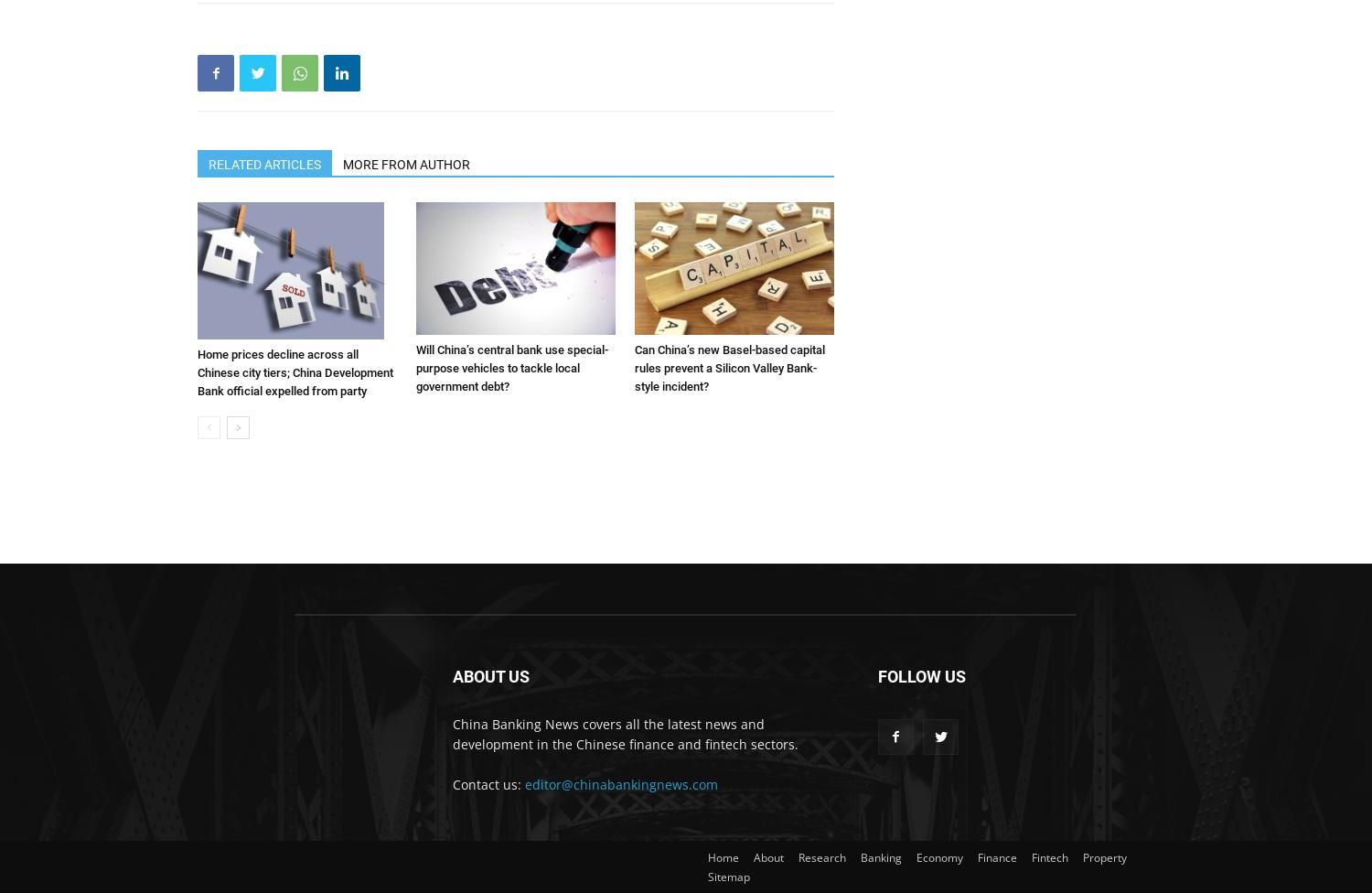 This screenshot has width=1372, height=893. Describe the element at coordinates (414, 367) in the screenshot. I see `'Will China’s central bank use special-purpose vehicles to tackle local government debt?'` at that location.